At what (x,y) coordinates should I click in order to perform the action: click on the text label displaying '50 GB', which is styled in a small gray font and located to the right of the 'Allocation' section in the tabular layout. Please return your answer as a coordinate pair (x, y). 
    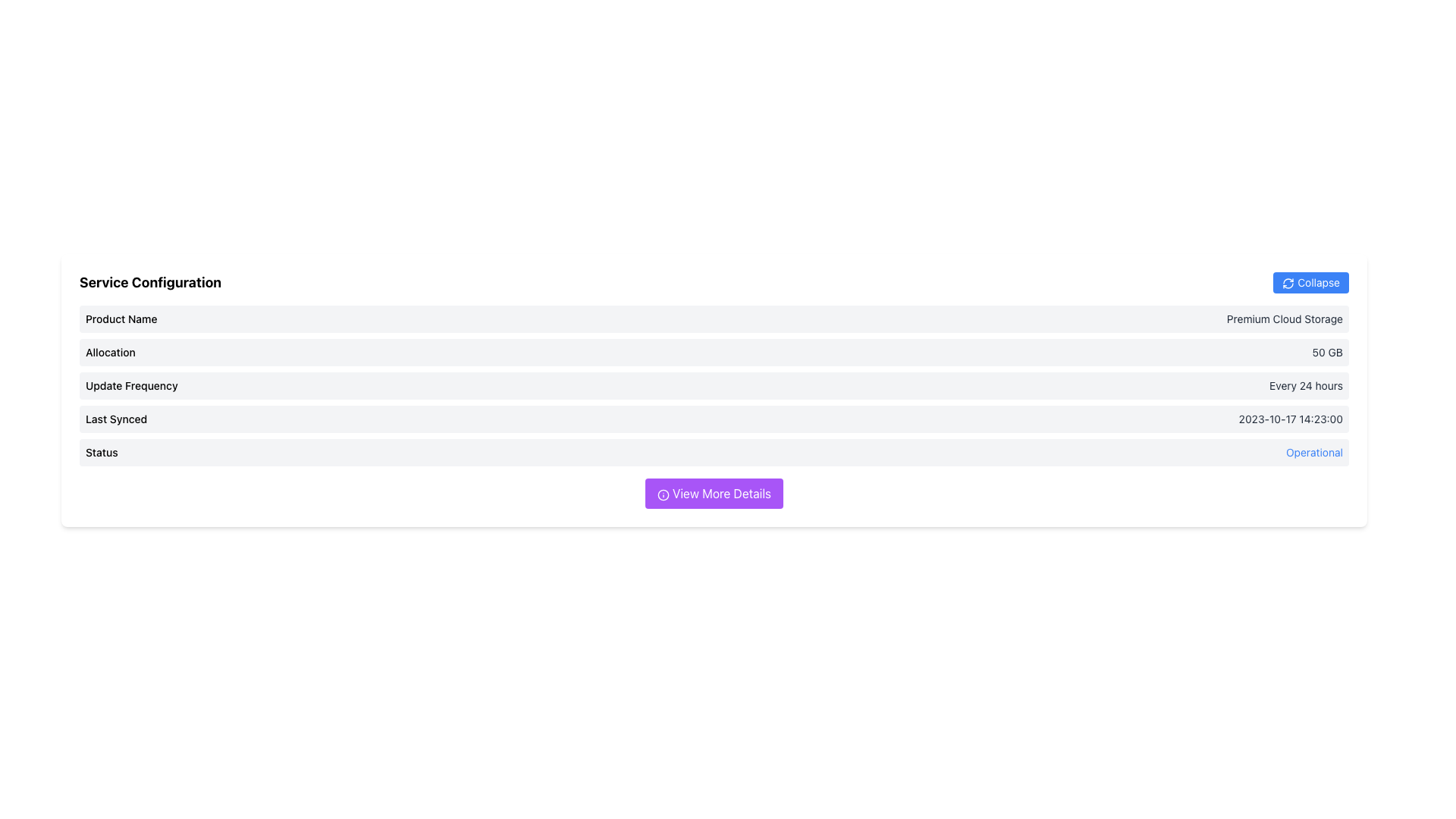
    Looking at the image, I should click on (1326, 353).